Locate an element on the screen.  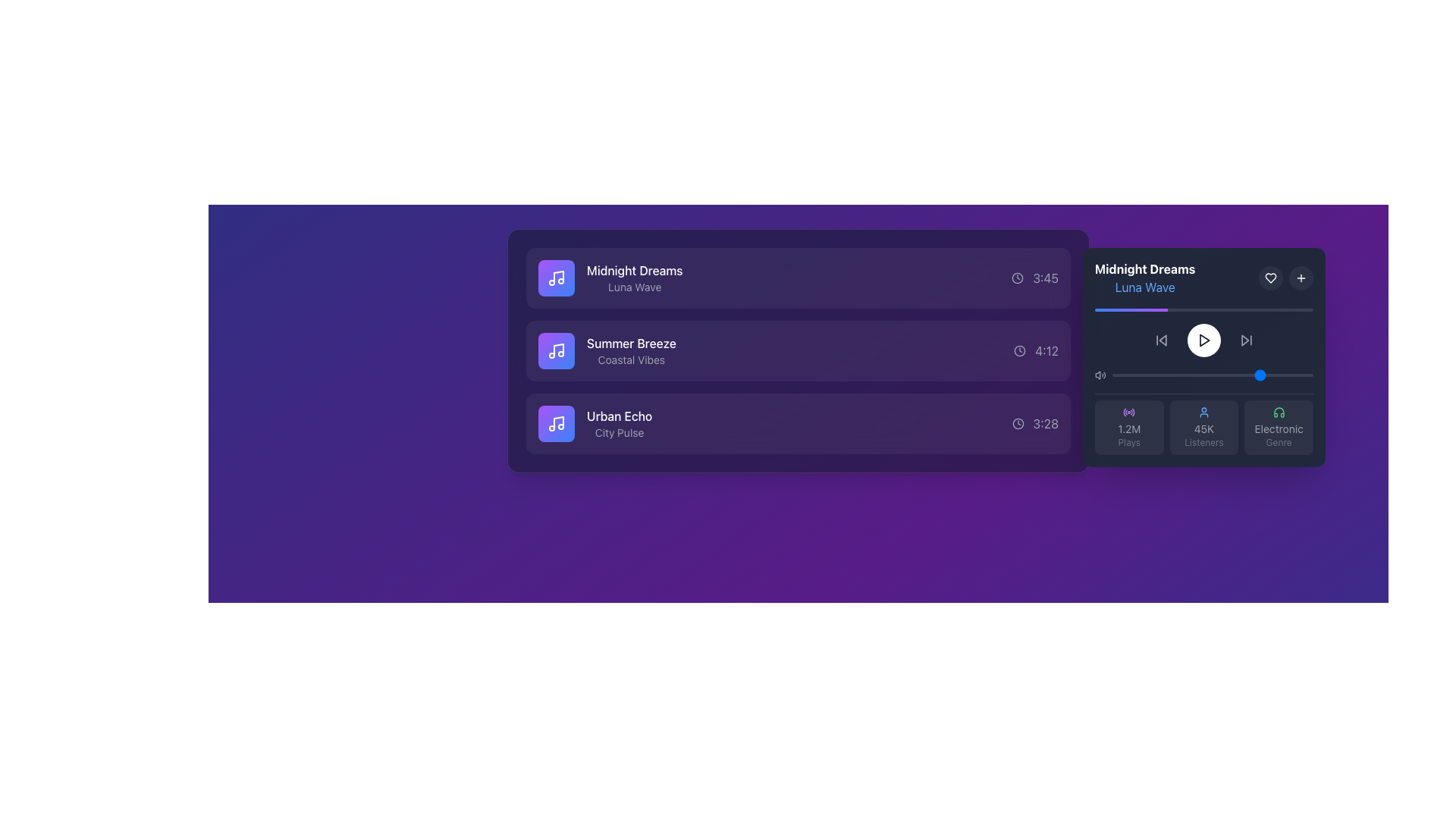
the leftmost segment of the horizontal progress bar, which is a gradient-colored bar transitioning from blue to purple, occupying one-third of its width is located at coordinates (1131, 309).